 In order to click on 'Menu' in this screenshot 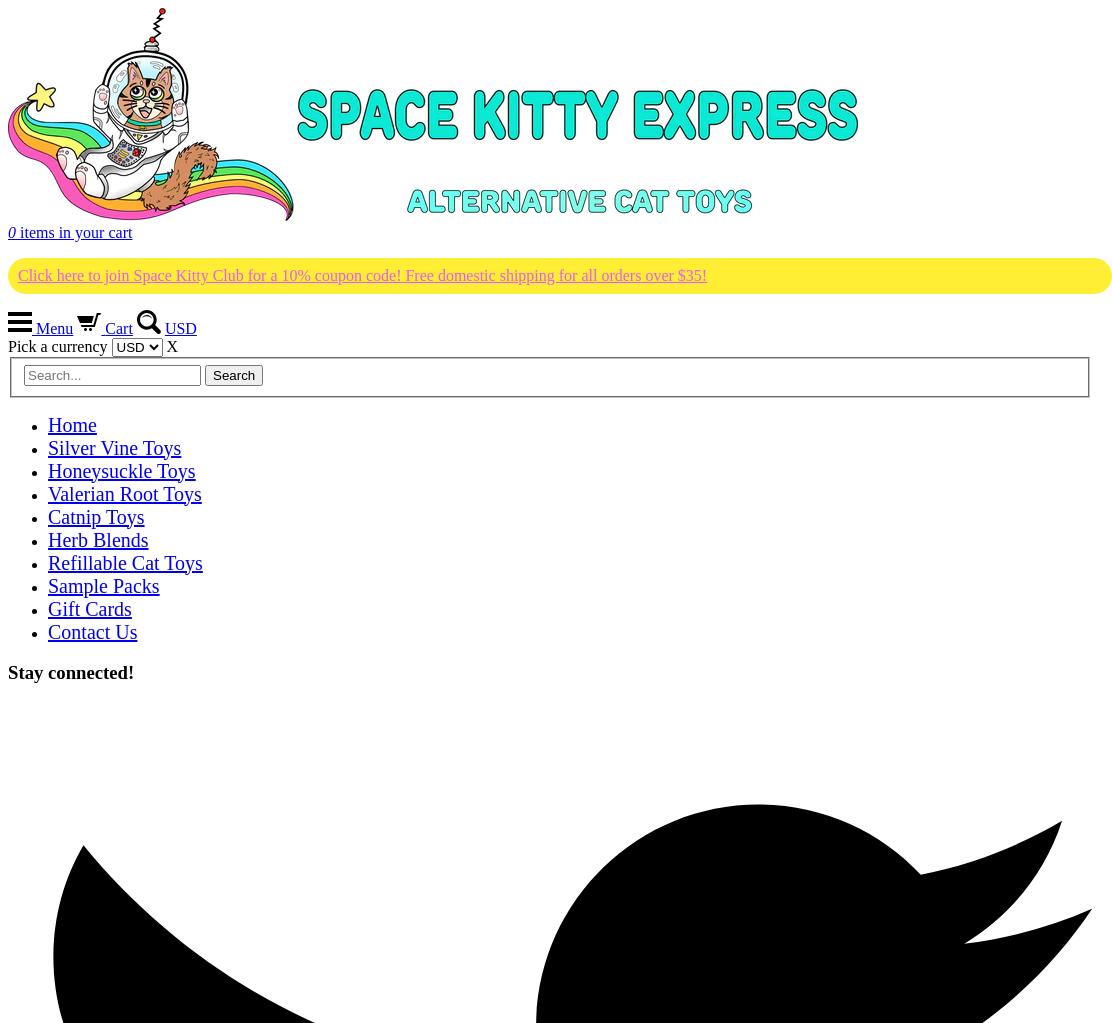, I will do `click(52, 328)`.